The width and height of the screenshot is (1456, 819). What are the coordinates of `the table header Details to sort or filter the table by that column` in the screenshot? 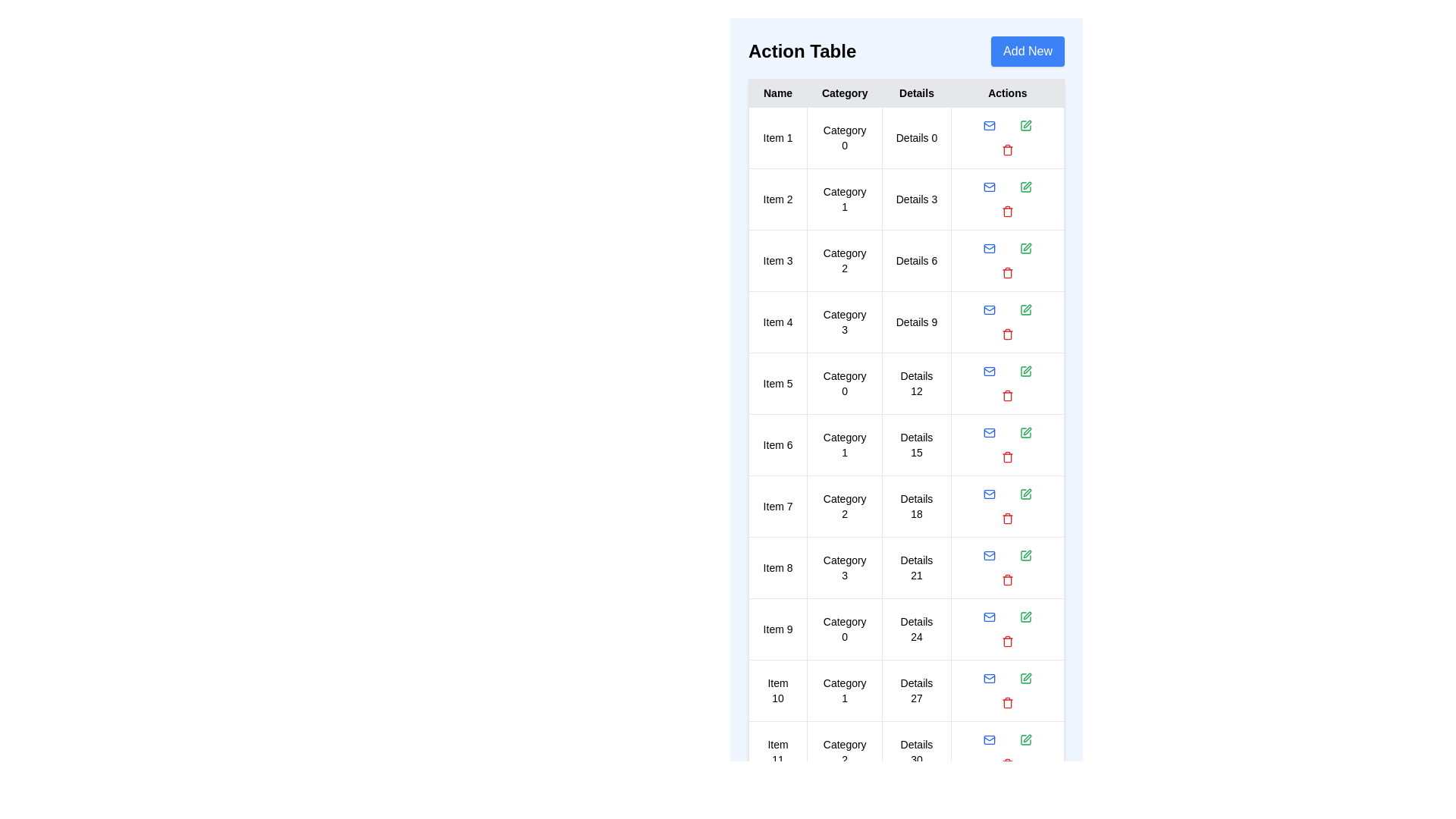 It's located at (916, 93).